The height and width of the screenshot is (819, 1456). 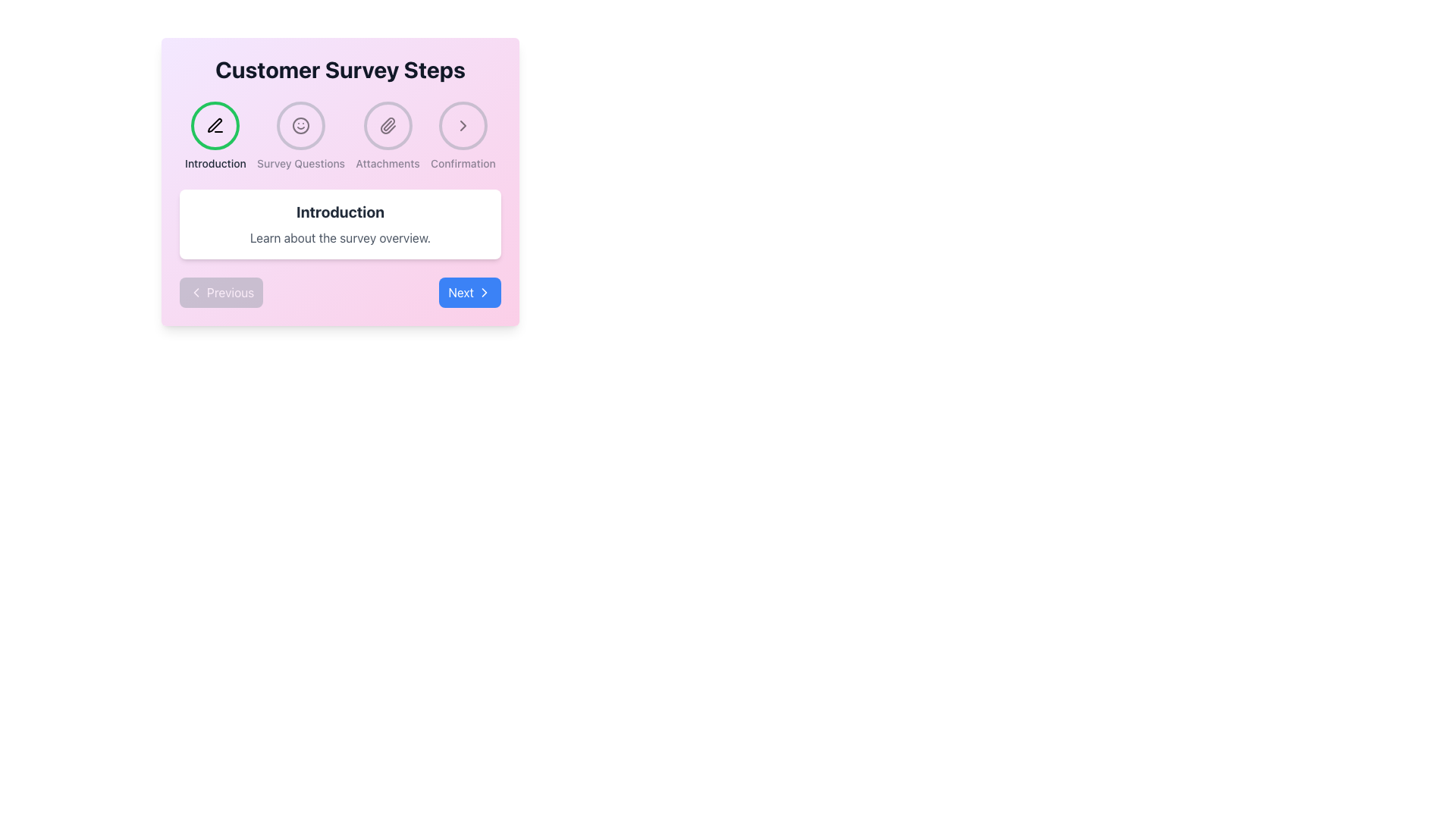 I want to click on the 'Next' button located in the bottom-right corner of the interface, which contains a chevron arrow icon indicating forward navigation, so click(x=483, y=292).